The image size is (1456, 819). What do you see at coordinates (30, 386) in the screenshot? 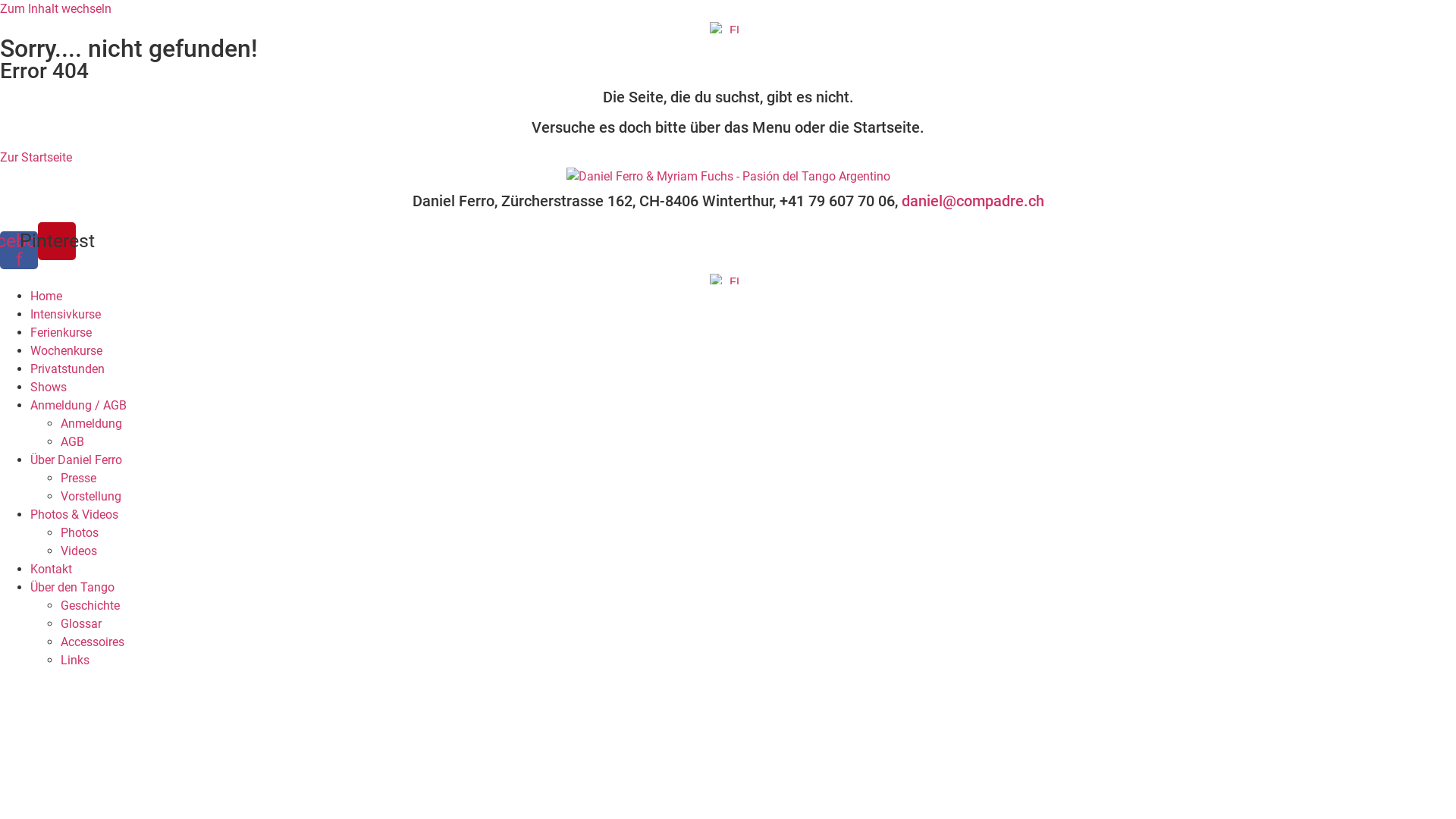
I see `'Shows'` at bounding box center [30, 386].